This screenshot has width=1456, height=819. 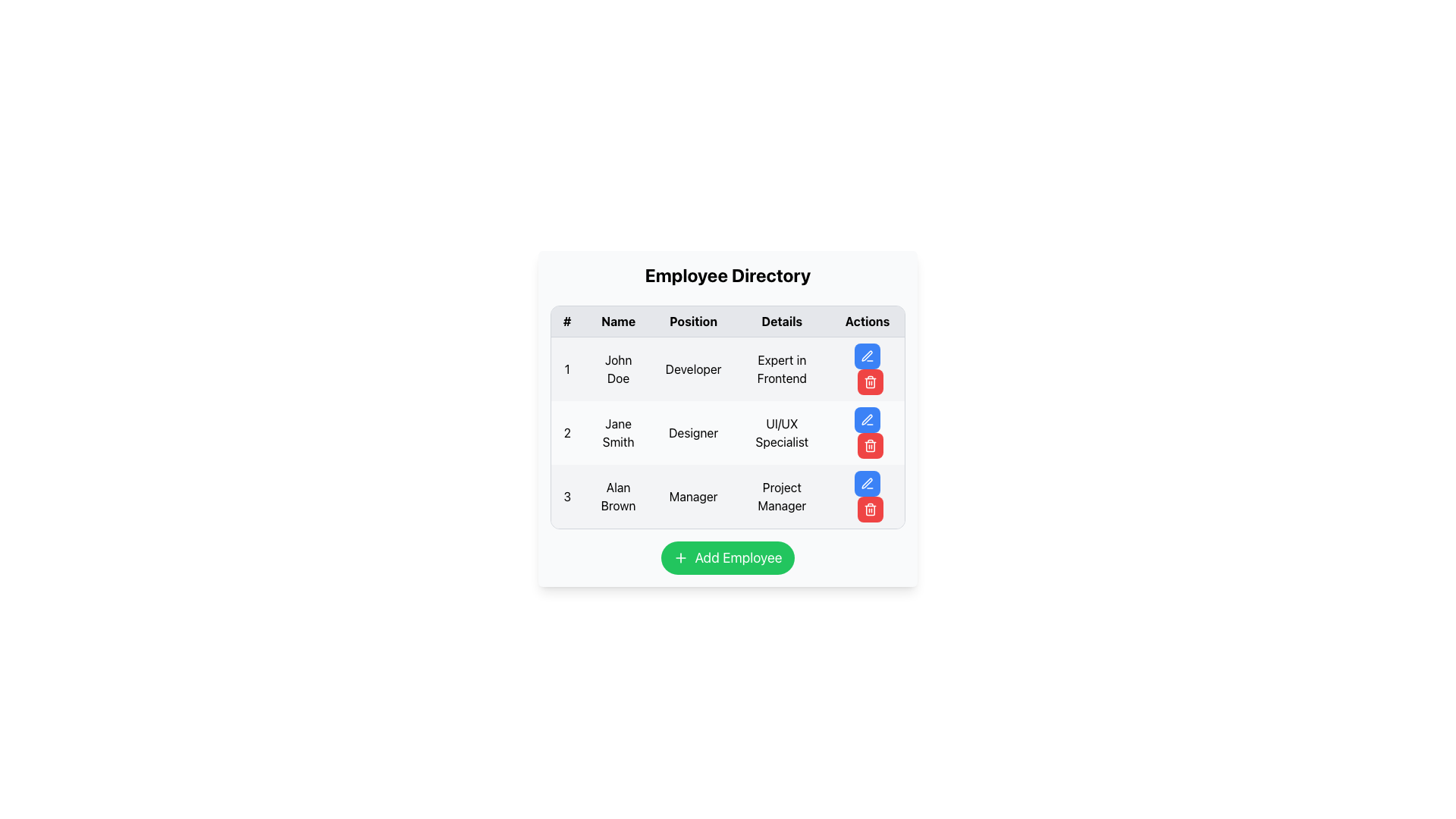 I want to click on the second button, so click(x=868, y=369).